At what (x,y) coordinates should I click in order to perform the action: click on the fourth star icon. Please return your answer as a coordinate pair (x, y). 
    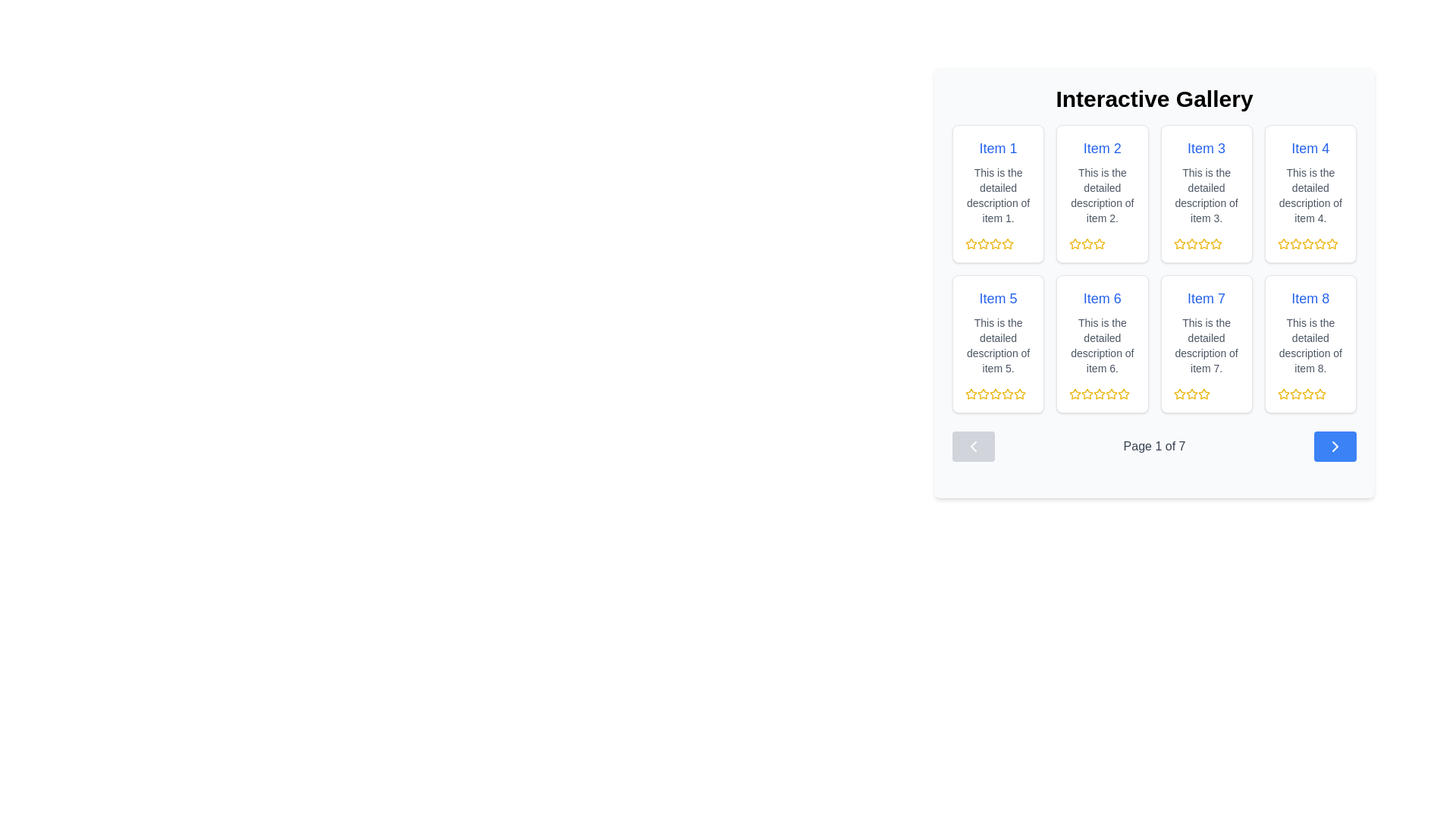
    Looking at the image, I should click on (996, 243).